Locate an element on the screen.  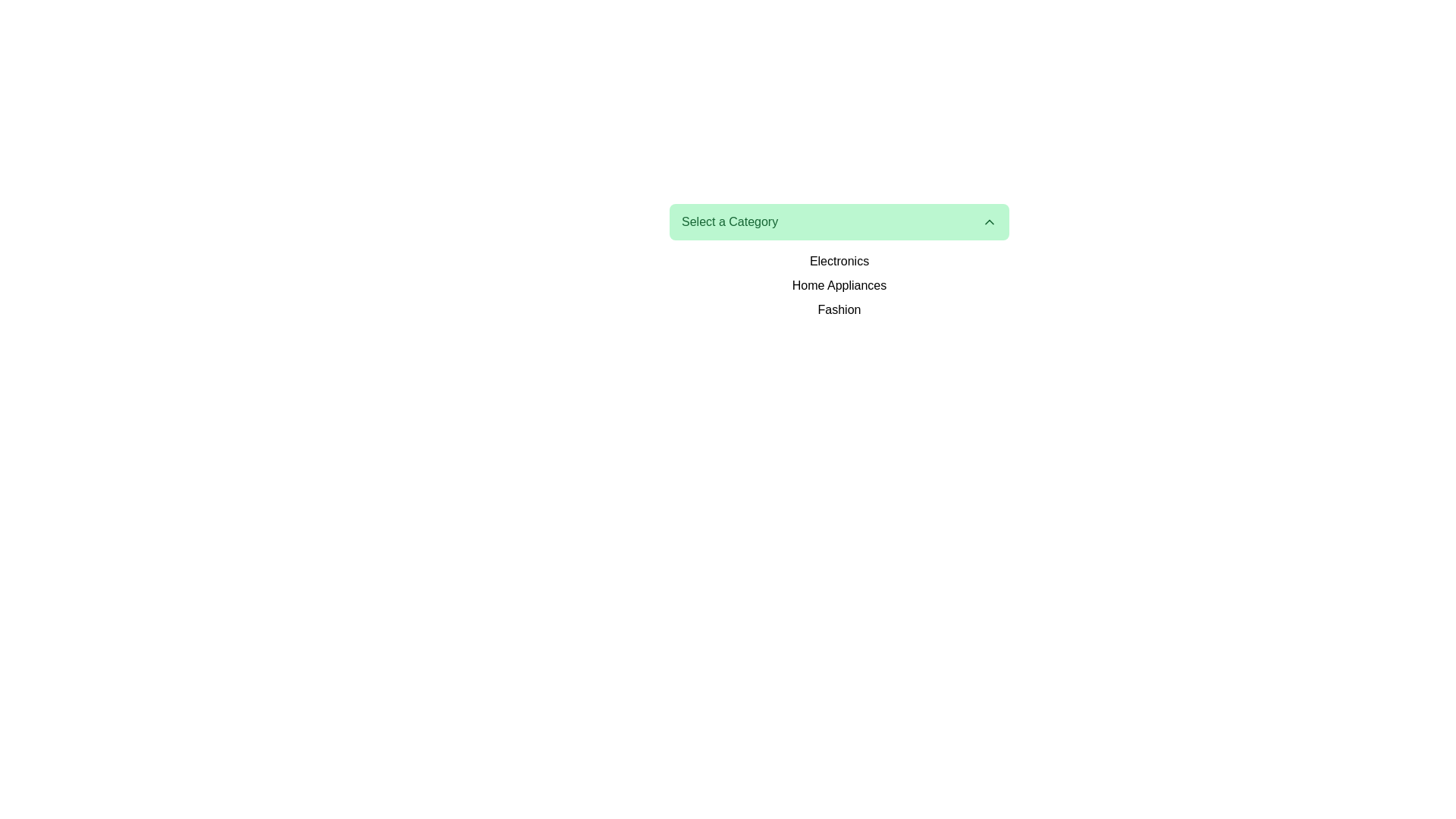
the 'Electronics' dropdown option, which is the first selectable option below the 'Select a Category' header in the dropdown menu is located at coordinates (839, 260).